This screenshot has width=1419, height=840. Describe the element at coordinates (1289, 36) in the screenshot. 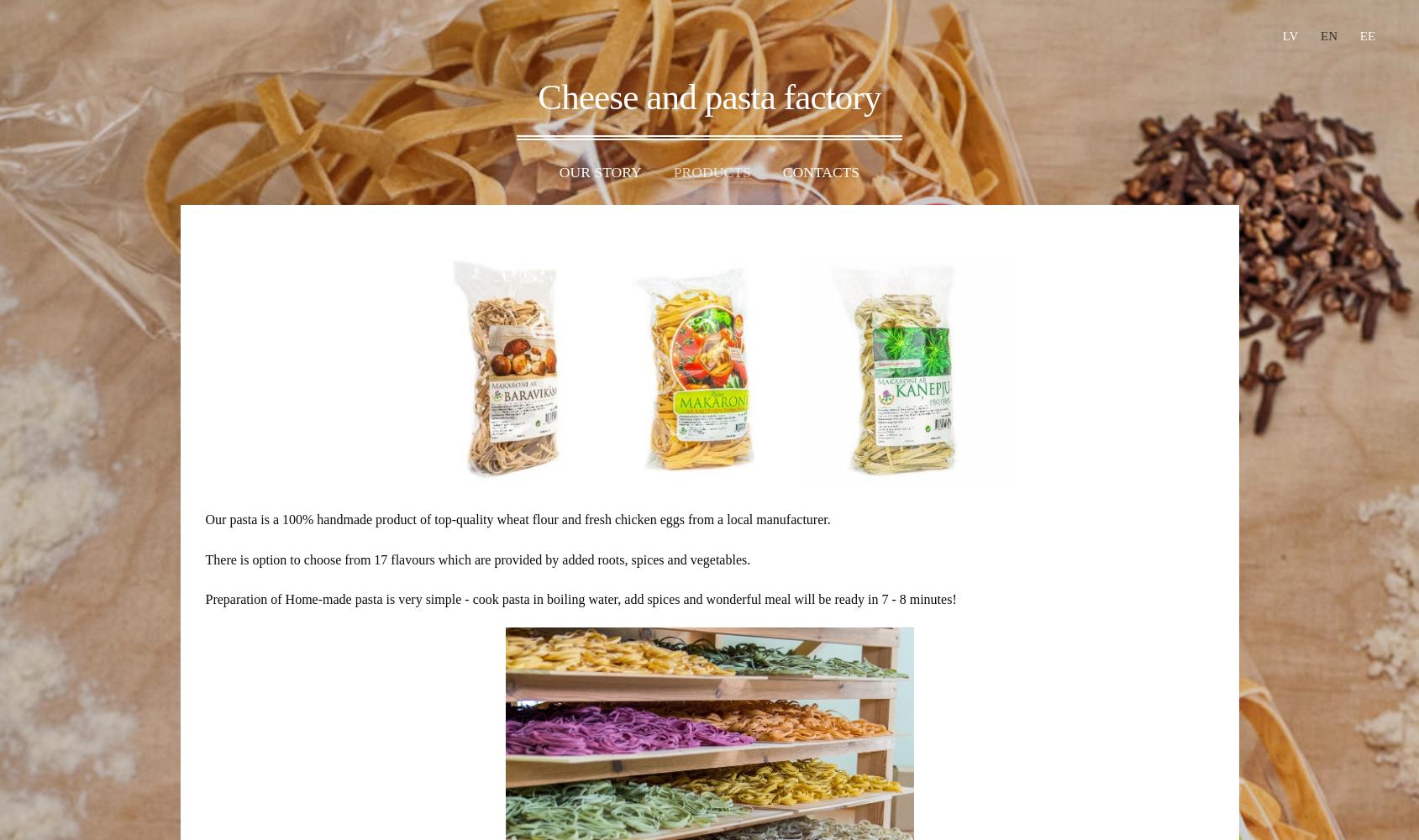

I see `'LV'` at that location.